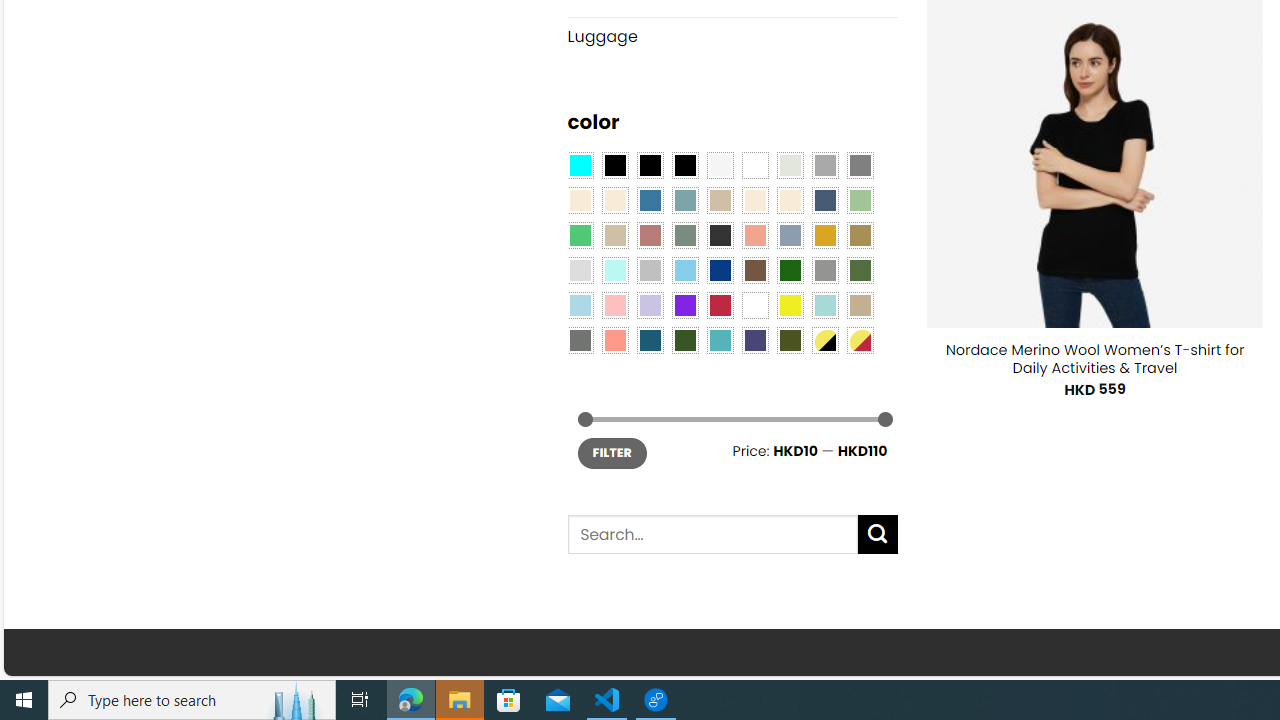 This screenshot has width=1280, height=720. I want to click on 'Red', so click(720, 305).